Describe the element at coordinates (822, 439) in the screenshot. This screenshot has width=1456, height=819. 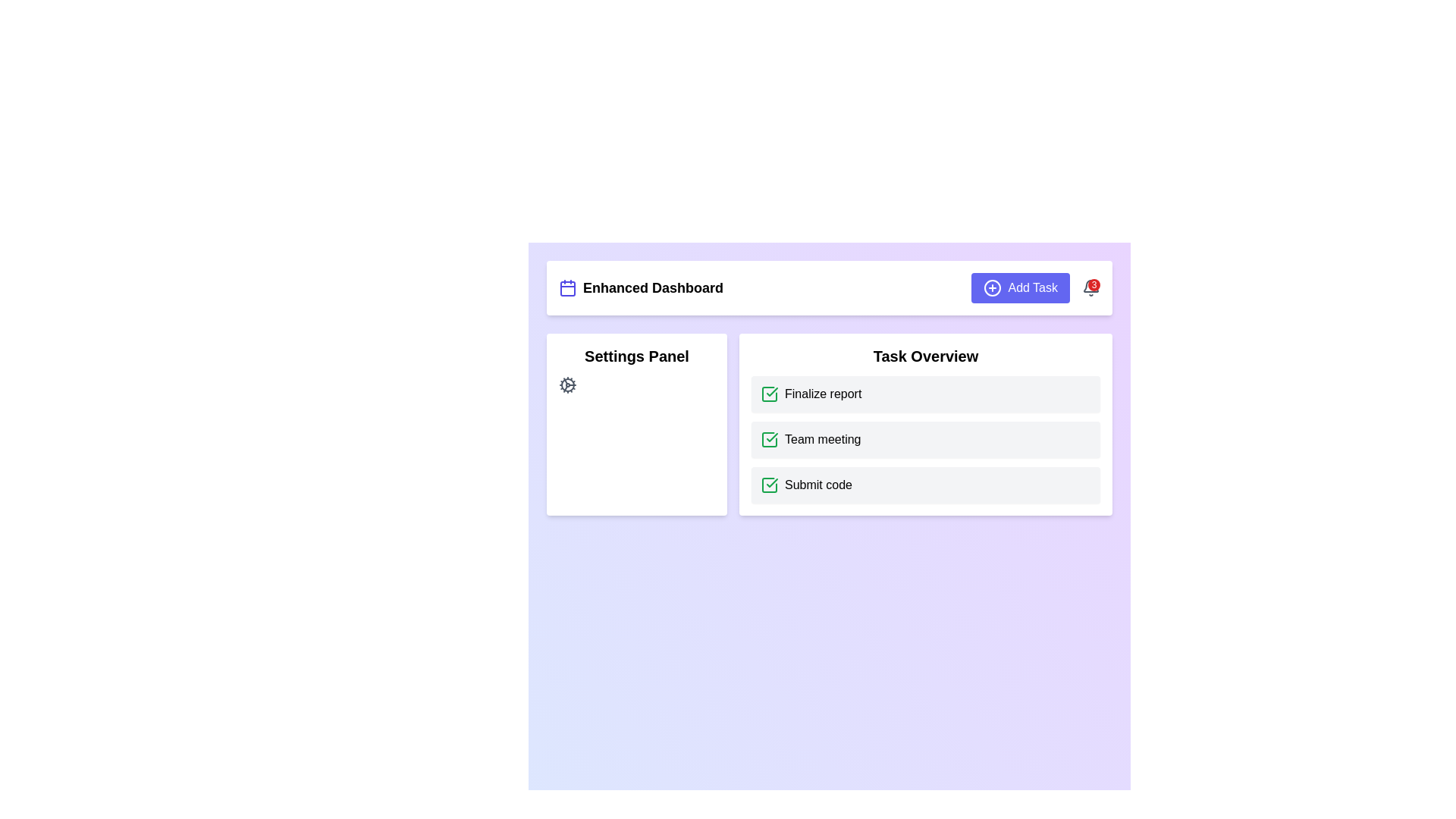
I see `the label indicating a scheduled team meeting, which is located in the second row of the task list within the 'Task Overview' section, following the 'Finalize report' entry and preceding the 'Submit code' entry` at that location.